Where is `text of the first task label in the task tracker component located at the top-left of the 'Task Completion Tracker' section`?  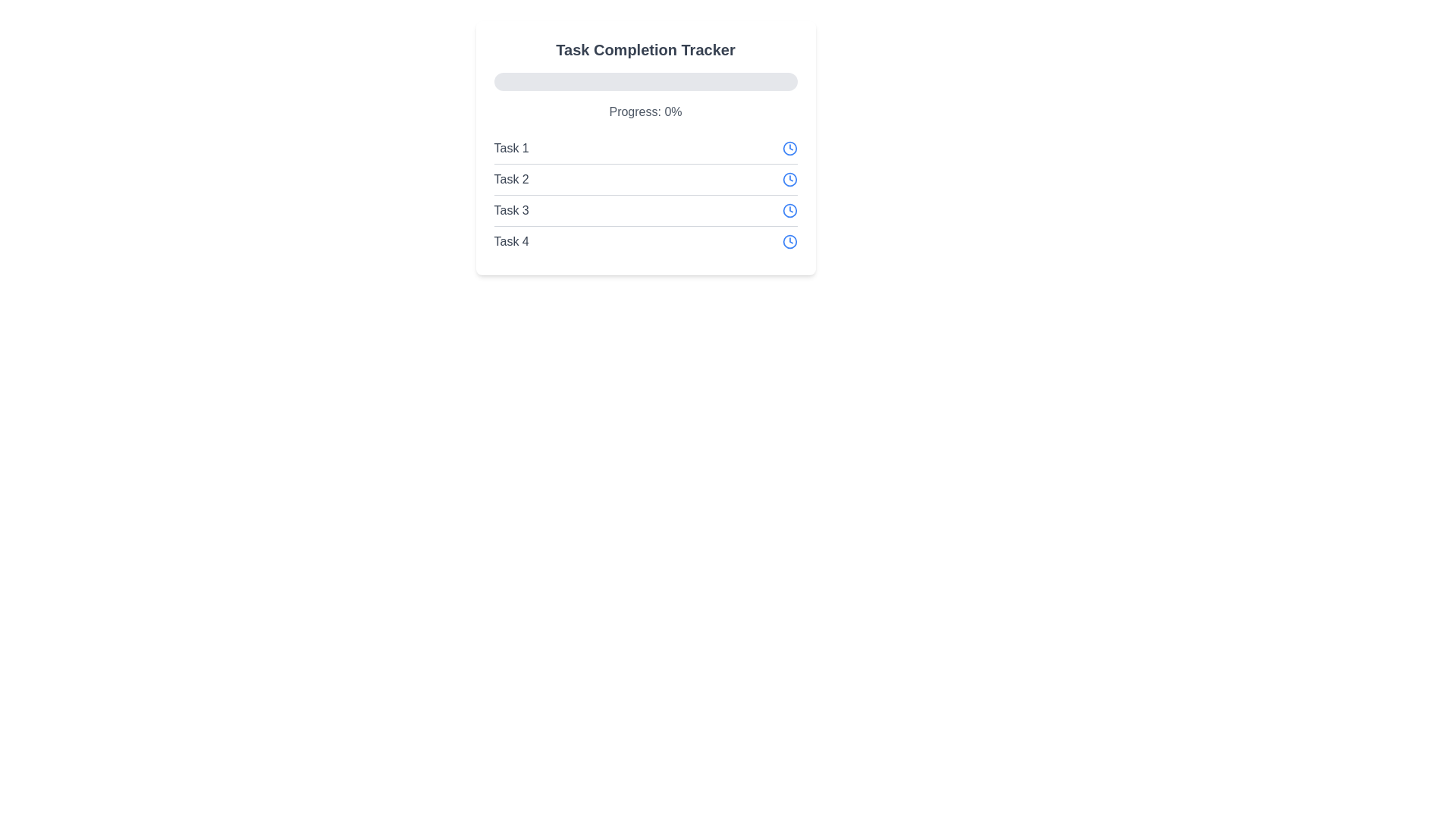 text of the first task label in the task tracker component located at the top-left of the 'Task Completion Tracker' section is located at coordinates (511, 149).